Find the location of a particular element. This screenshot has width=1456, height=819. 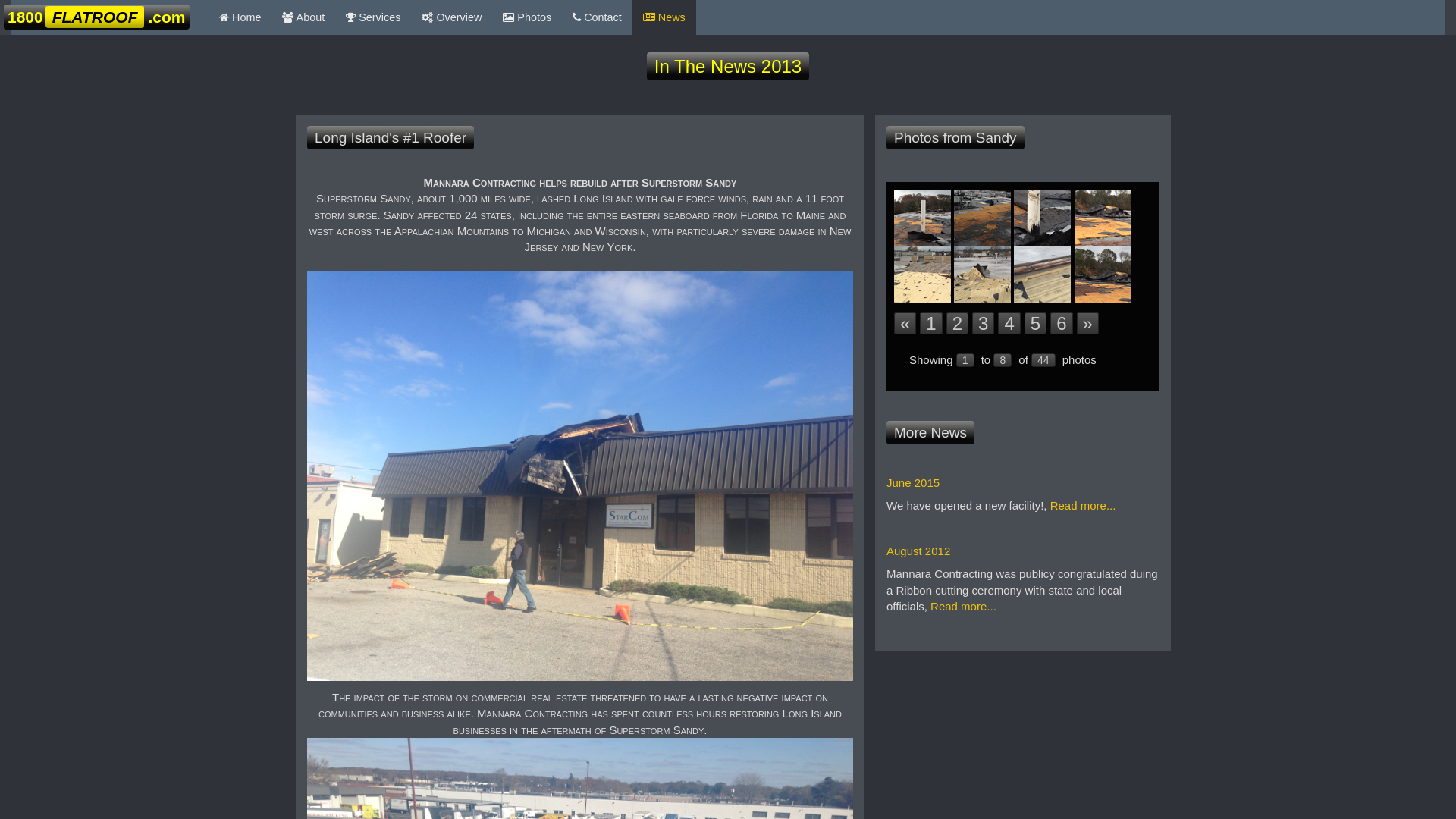

' News' is located at coordinates (664, 17).